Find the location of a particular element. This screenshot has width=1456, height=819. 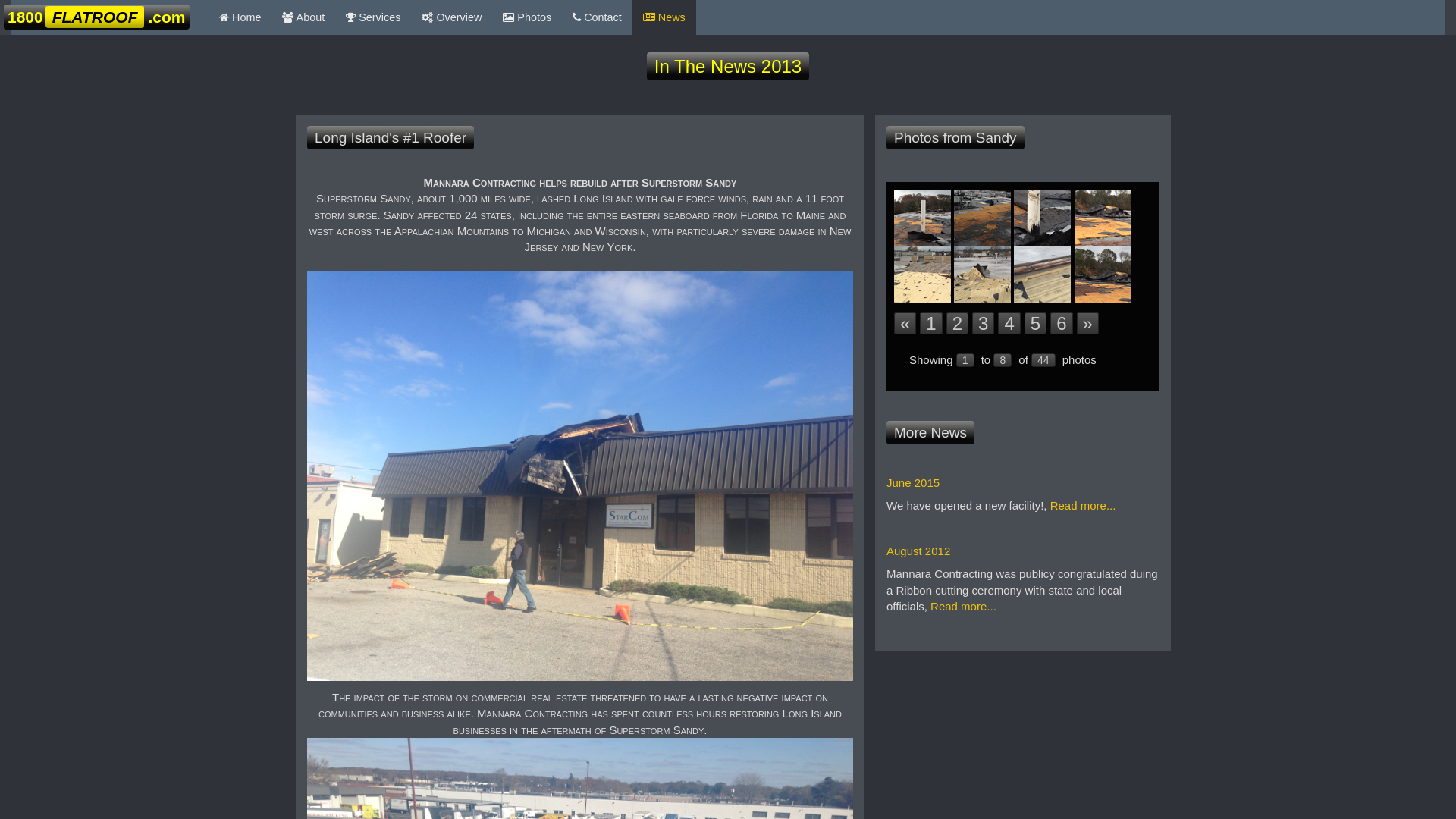

' News' is located at coordinates (664, 17).